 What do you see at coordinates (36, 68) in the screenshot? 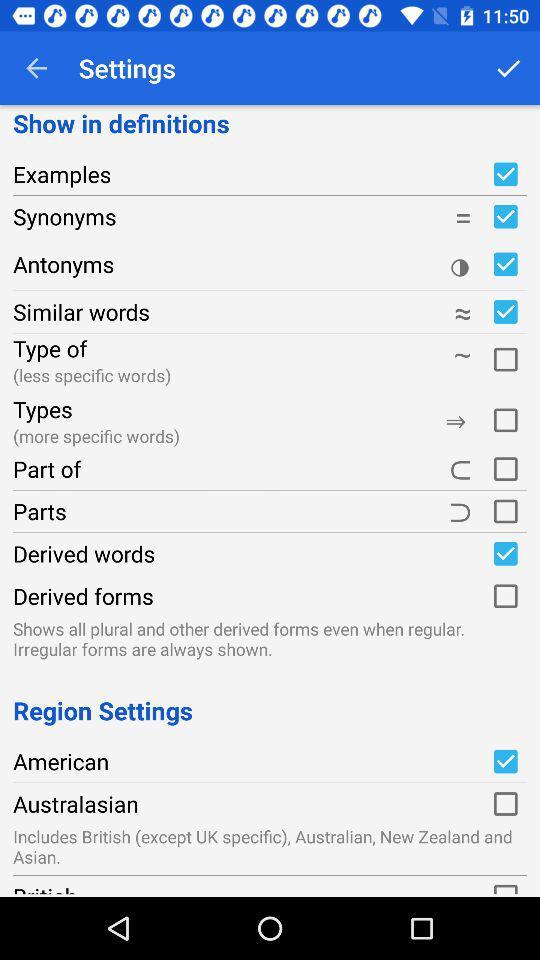
I see `icon to the left of settings app` at bounding box center [36, 68].